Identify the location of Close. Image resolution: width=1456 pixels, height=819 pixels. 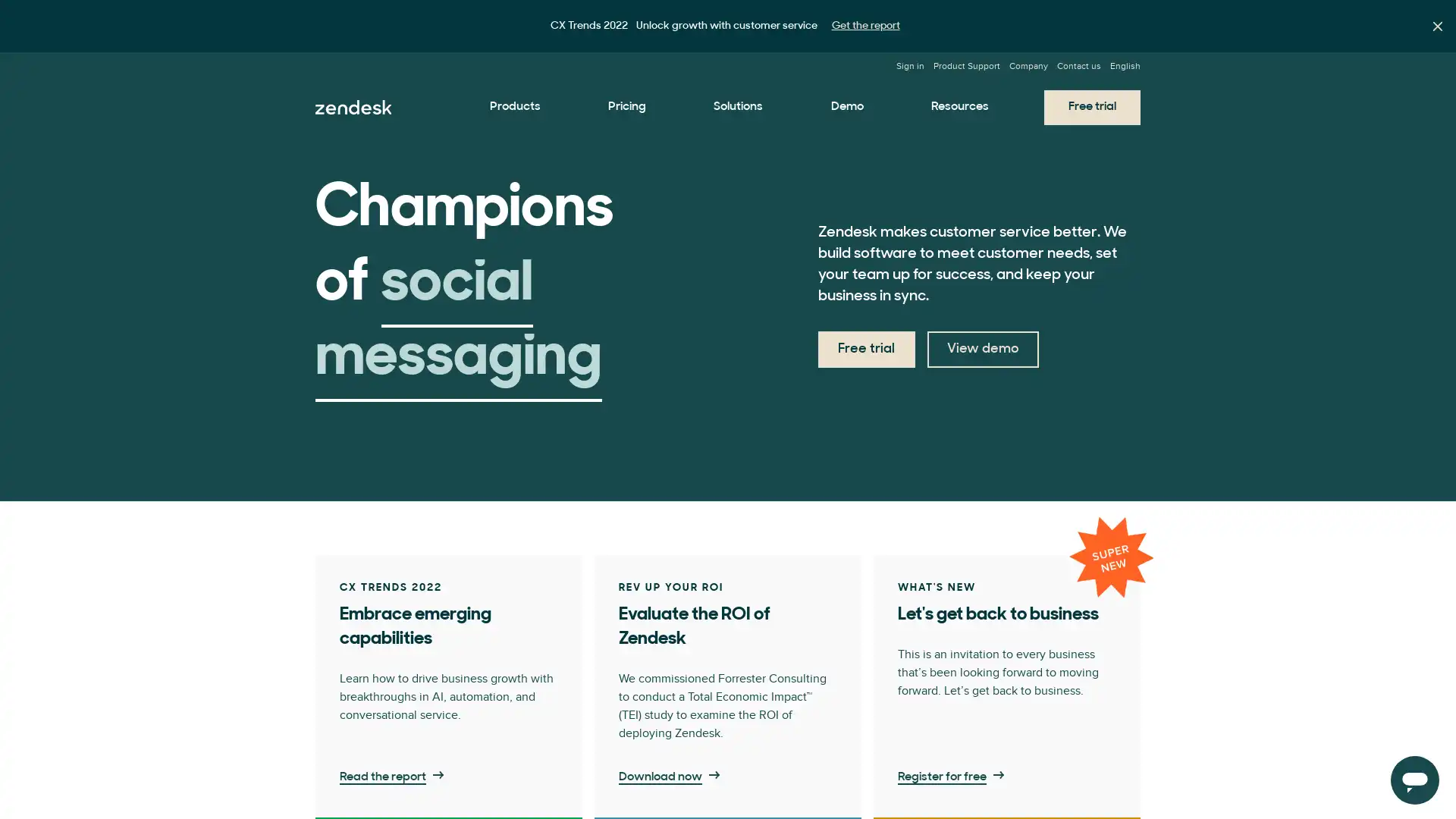
(1437, 26).